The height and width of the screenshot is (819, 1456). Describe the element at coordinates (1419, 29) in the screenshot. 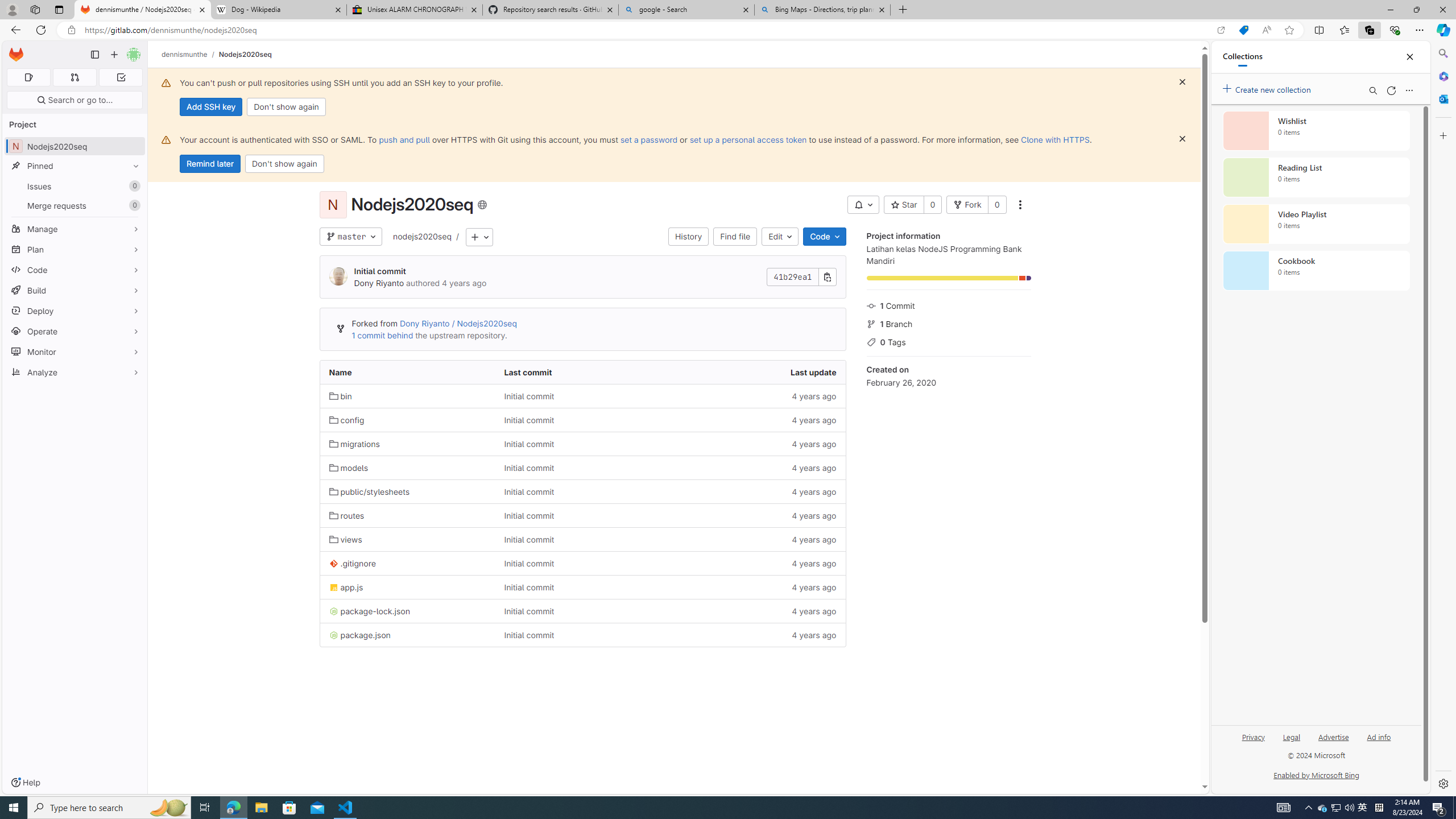

I see `'Settings and more (Alt+F)'` at that location.